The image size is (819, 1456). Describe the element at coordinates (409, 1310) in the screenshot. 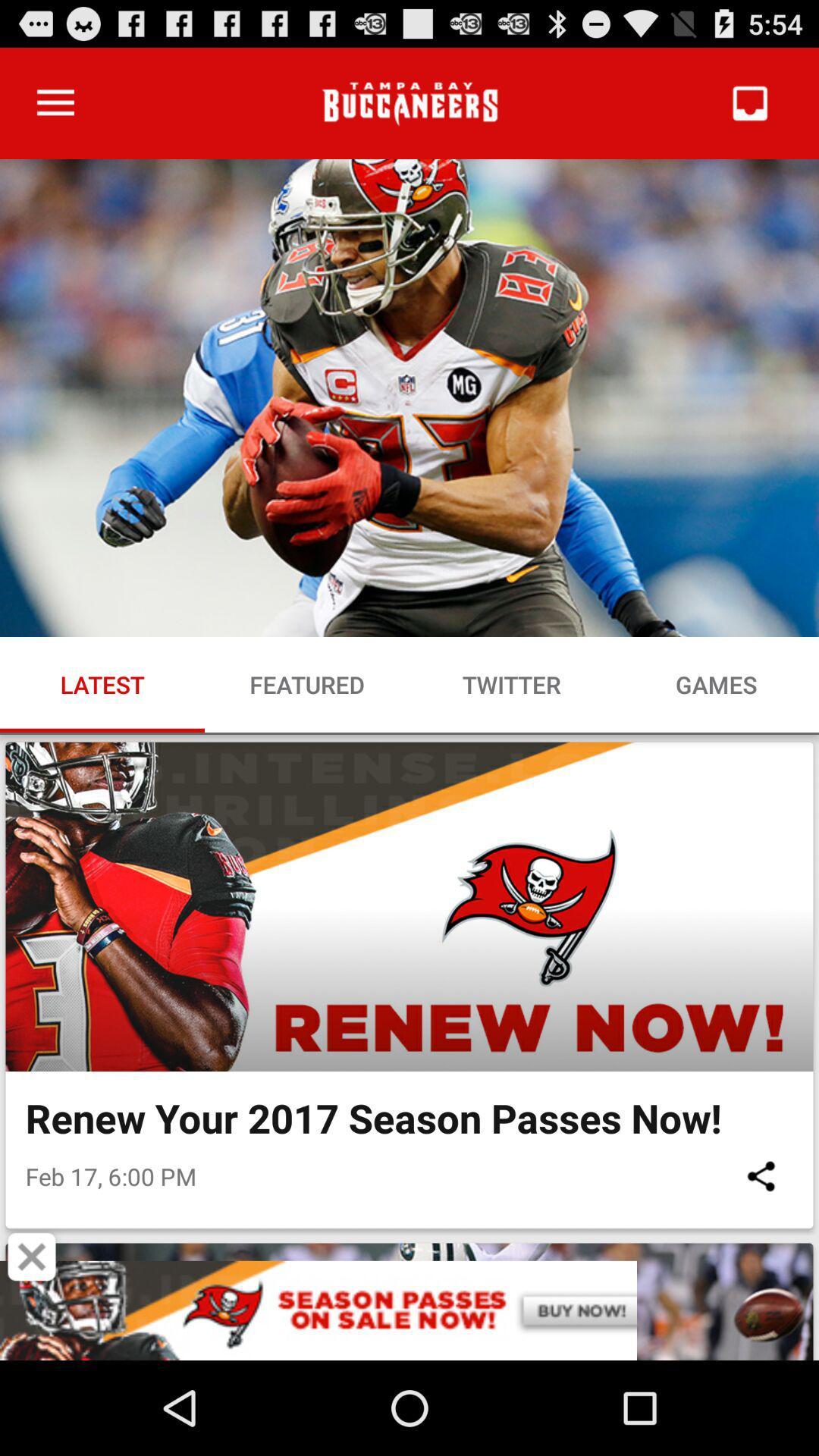

I see `advertisement for season passes` at that location.